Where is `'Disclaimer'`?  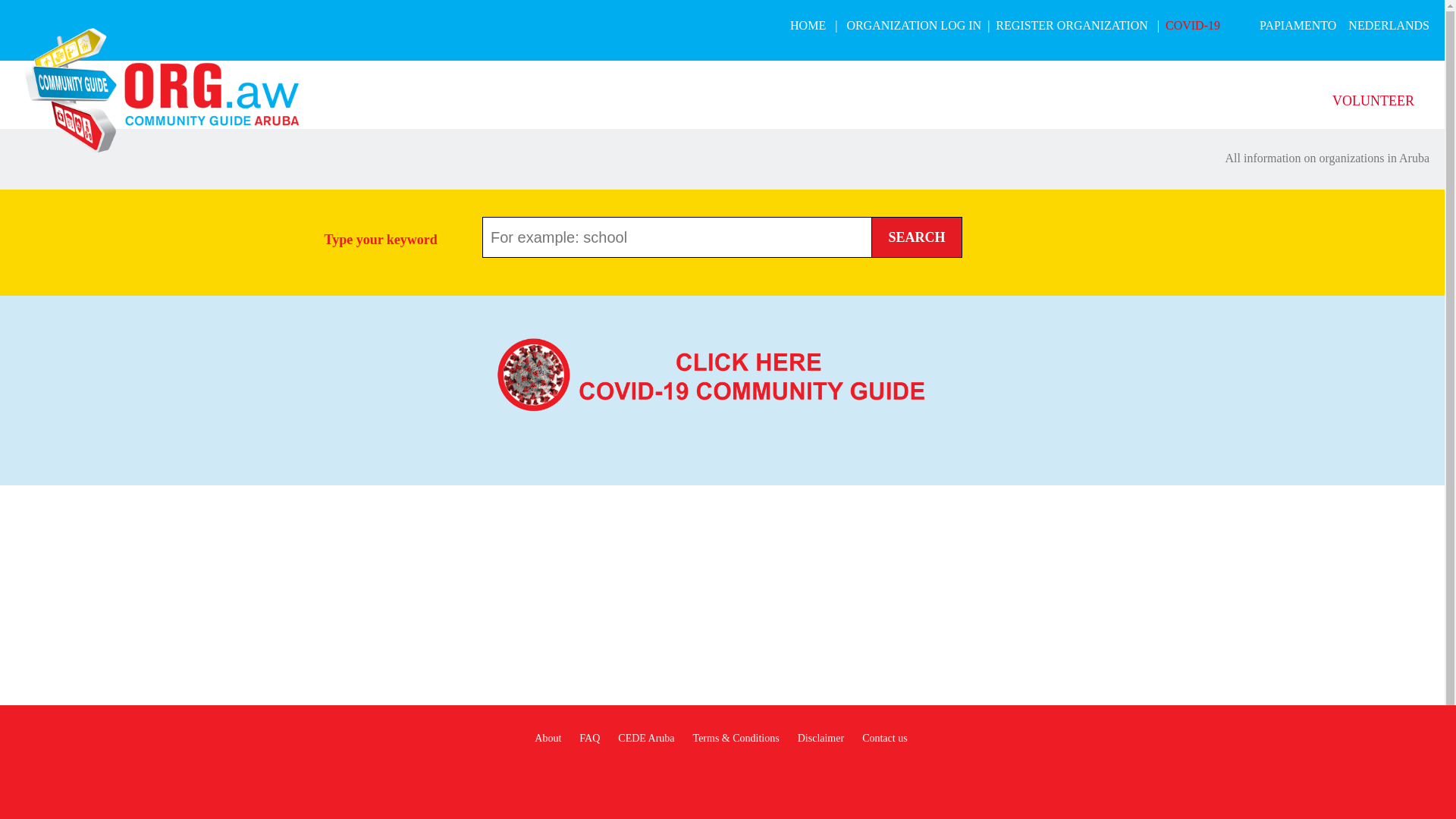
'Disclaimer' is located at coordinates (820, 737).